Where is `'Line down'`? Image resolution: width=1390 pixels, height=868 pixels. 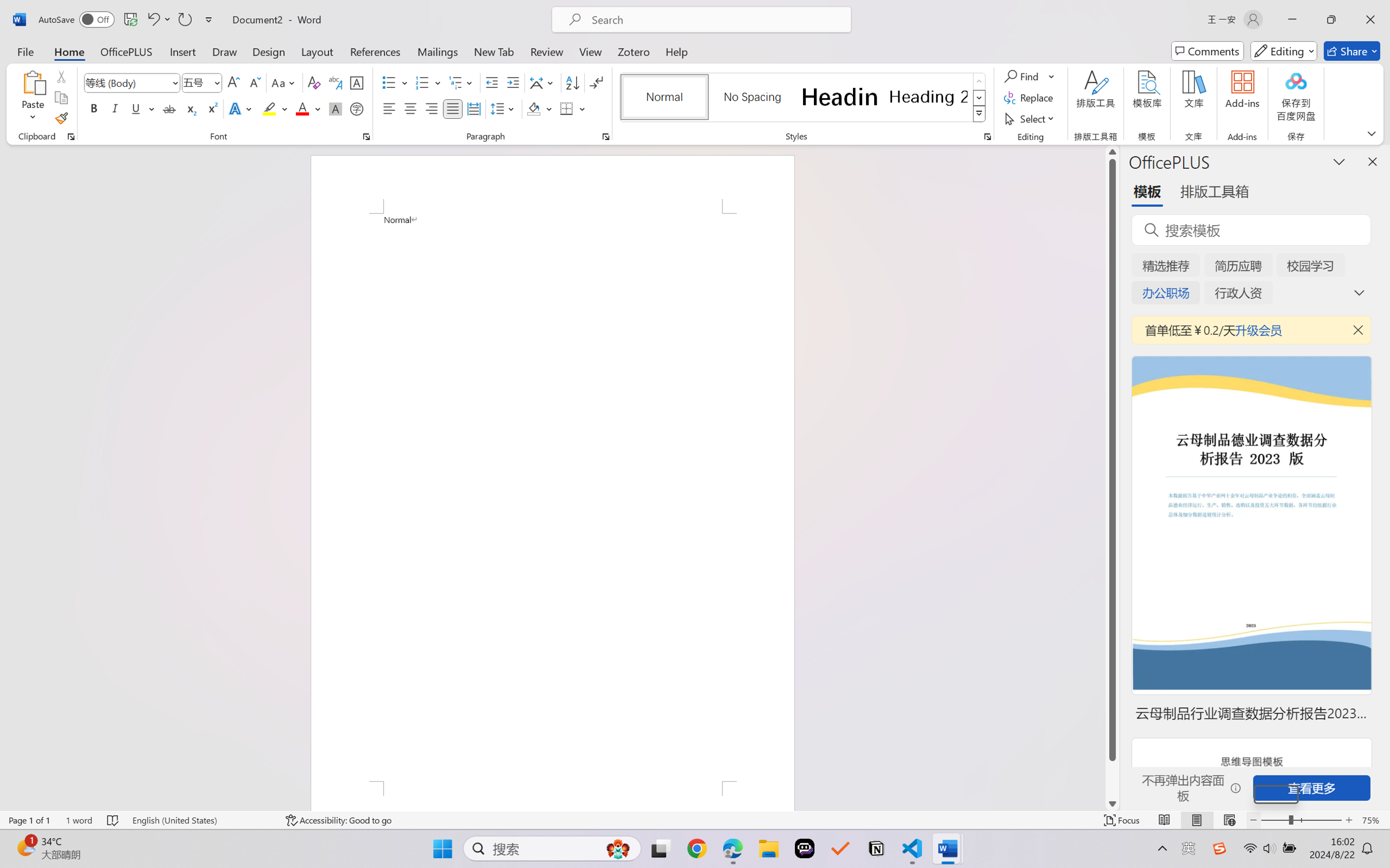 'Line down' is located at coordinates (1112, 803).